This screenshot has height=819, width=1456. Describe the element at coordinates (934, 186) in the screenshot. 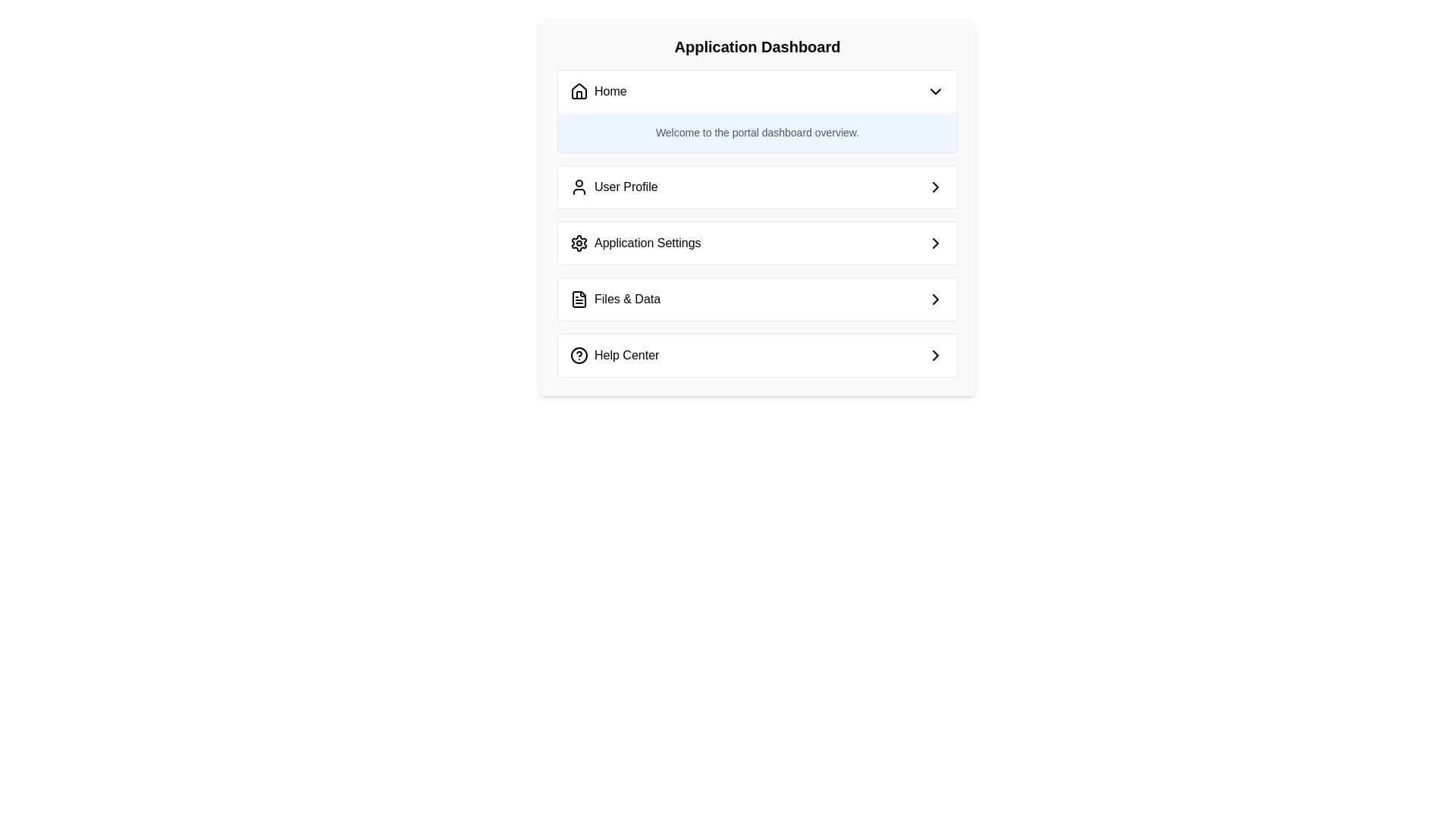

I see `the arrow indicator icon that suggests navigation or expansion for the User Profile section` at that location.